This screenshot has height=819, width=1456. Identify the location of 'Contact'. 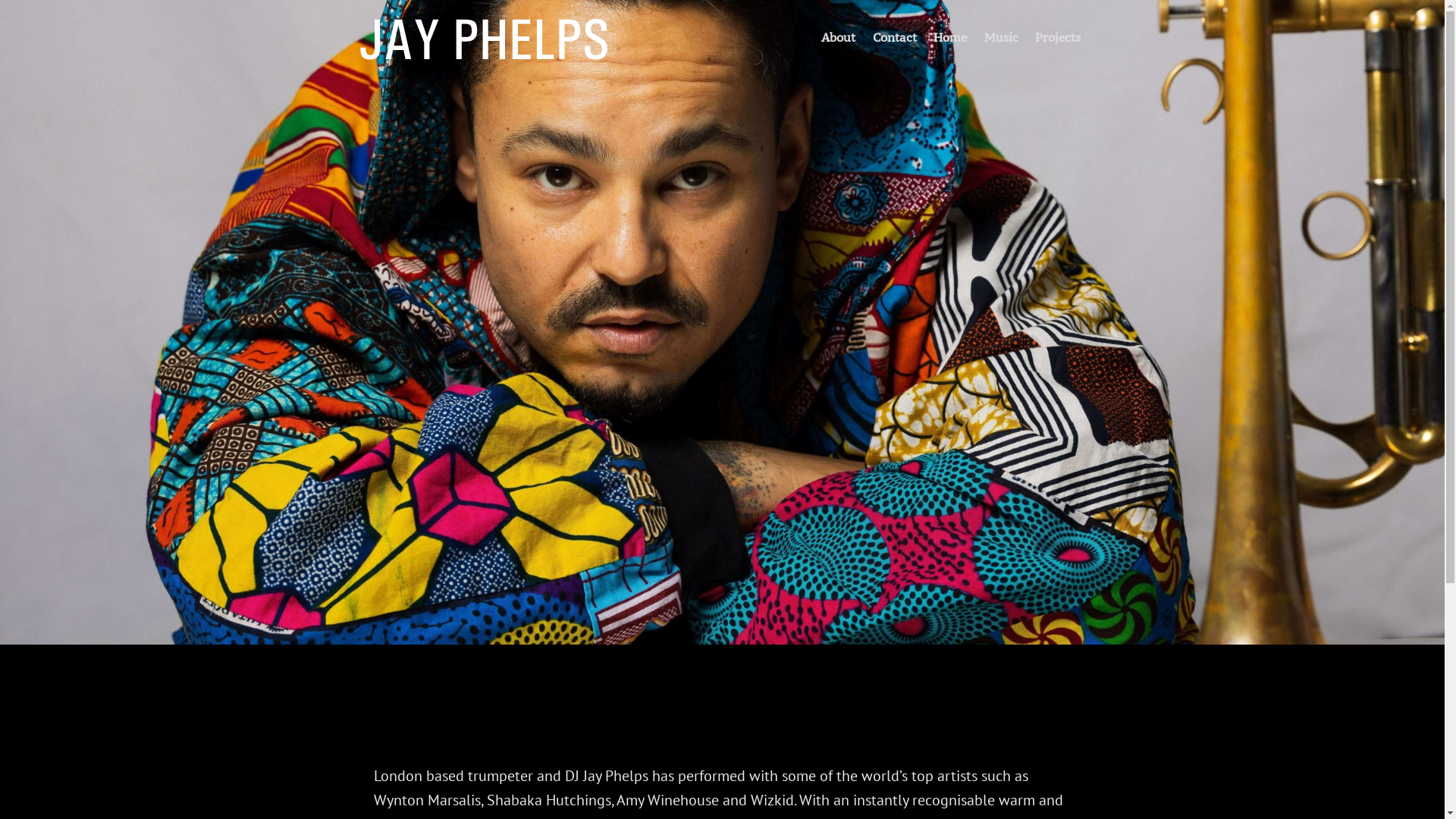
(894, 35).